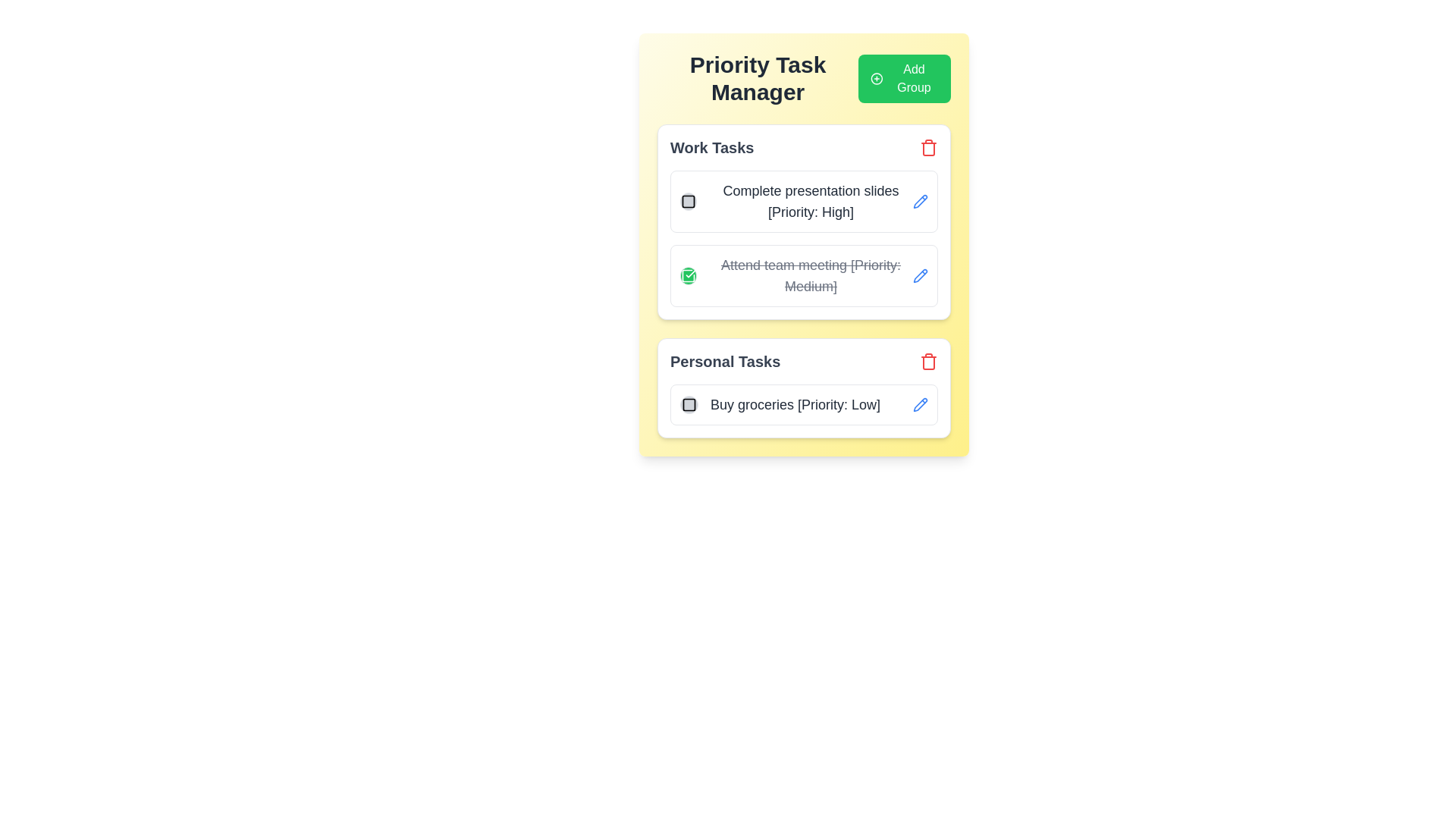  What do you see at coordinates (927, 148) in the screenshot?
I see `the red trash can icon button located to the far right of the 'Work Tasks' section header` at bounding box center [927, 148].